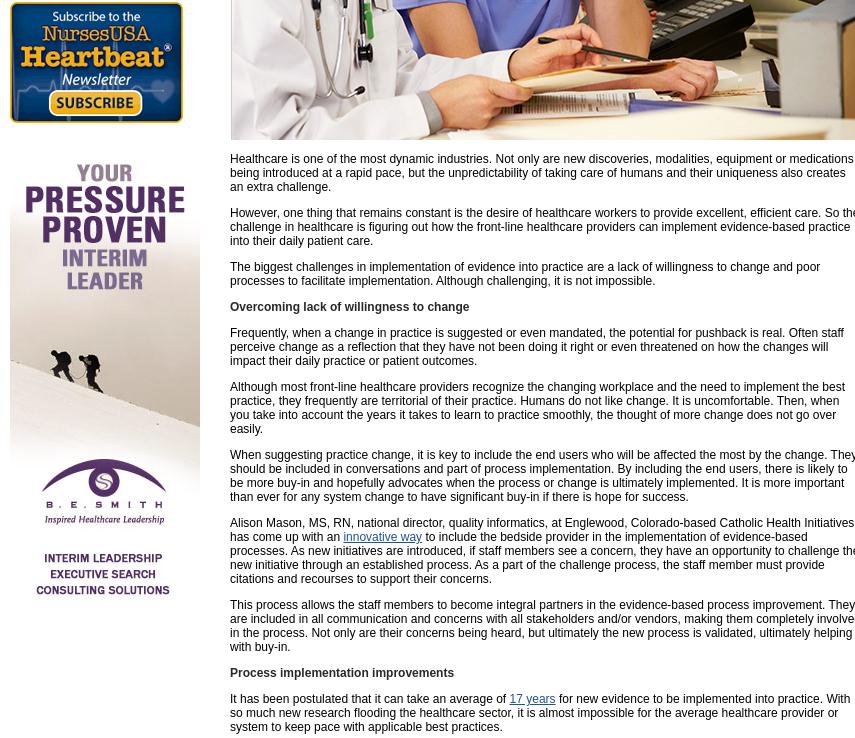 This screenshot has height=738, width=855. Describe the element at coordinates (229, 347) in the screenshot. I see `'Frequently, when a change in practice is suggested or even mandated, the potential for pushback is real. Often staff perceive change as a reflection that they have not been doing it right or even threatened on how the changes will impact their daily practice or patient outcomes.'` at that location.